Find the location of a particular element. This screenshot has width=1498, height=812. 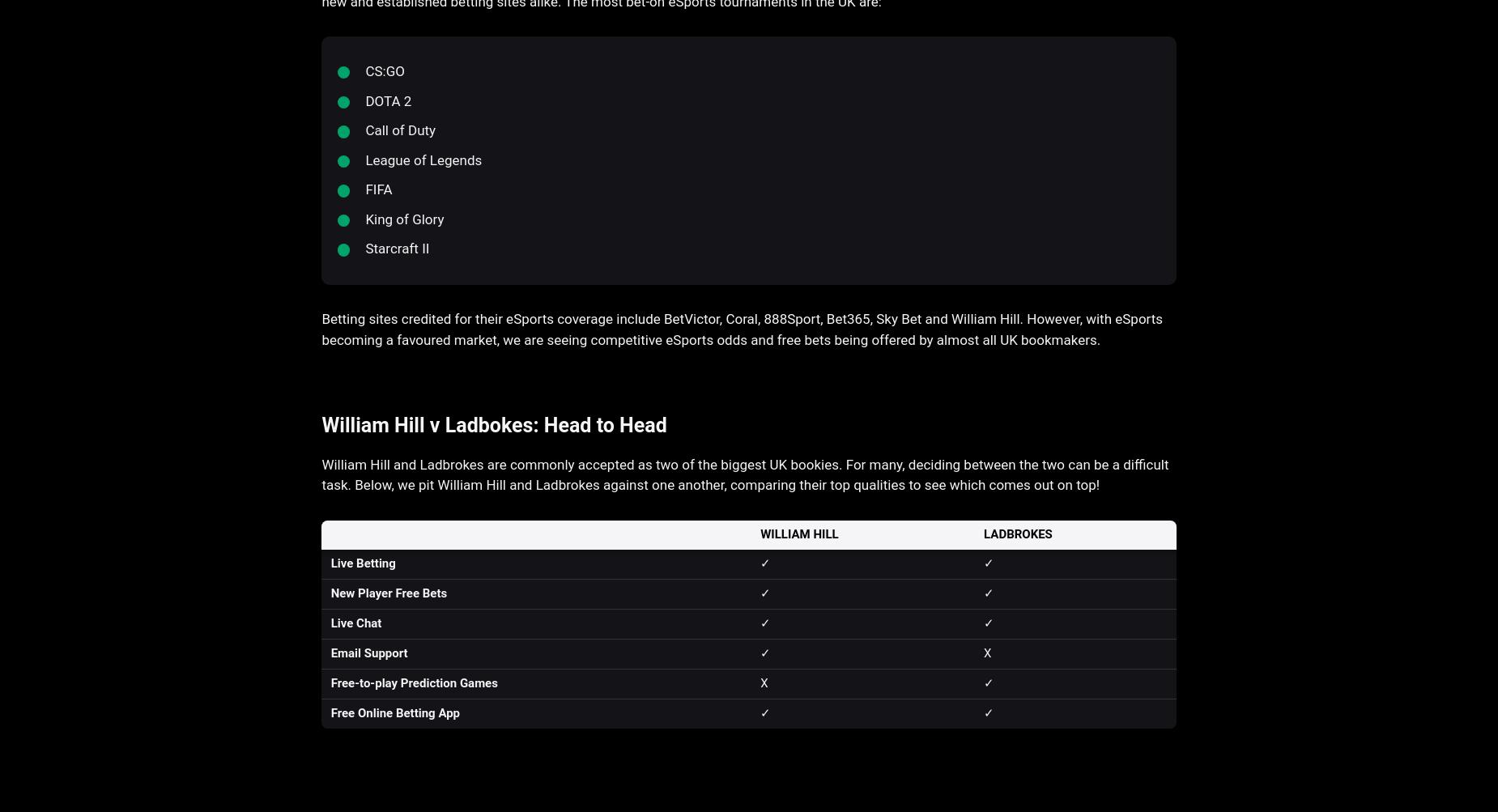

'Email Support' is located at coordinates (368, 653).